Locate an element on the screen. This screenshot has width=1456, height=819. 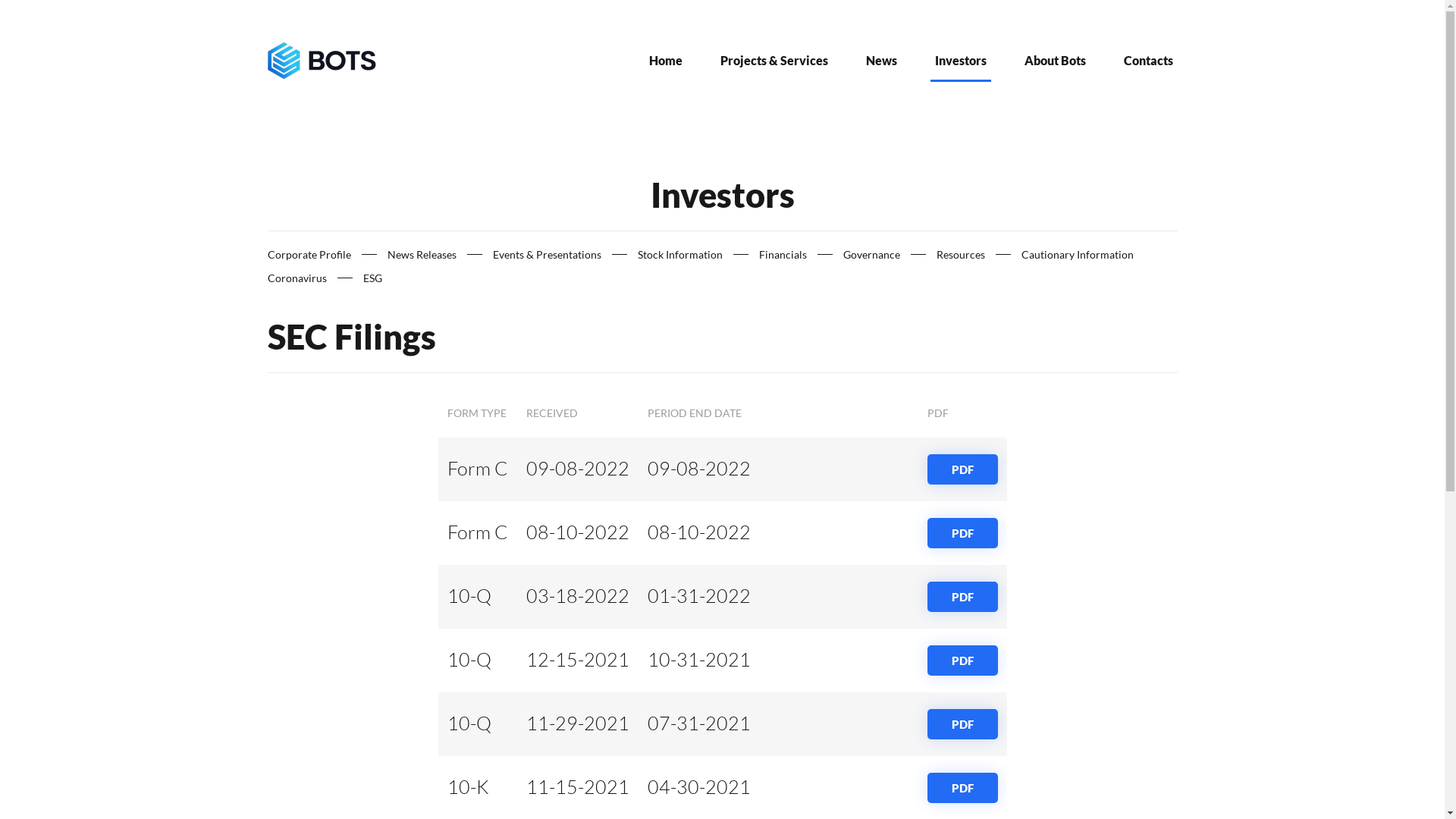
'PDF' is located at coordinates (961, 786).